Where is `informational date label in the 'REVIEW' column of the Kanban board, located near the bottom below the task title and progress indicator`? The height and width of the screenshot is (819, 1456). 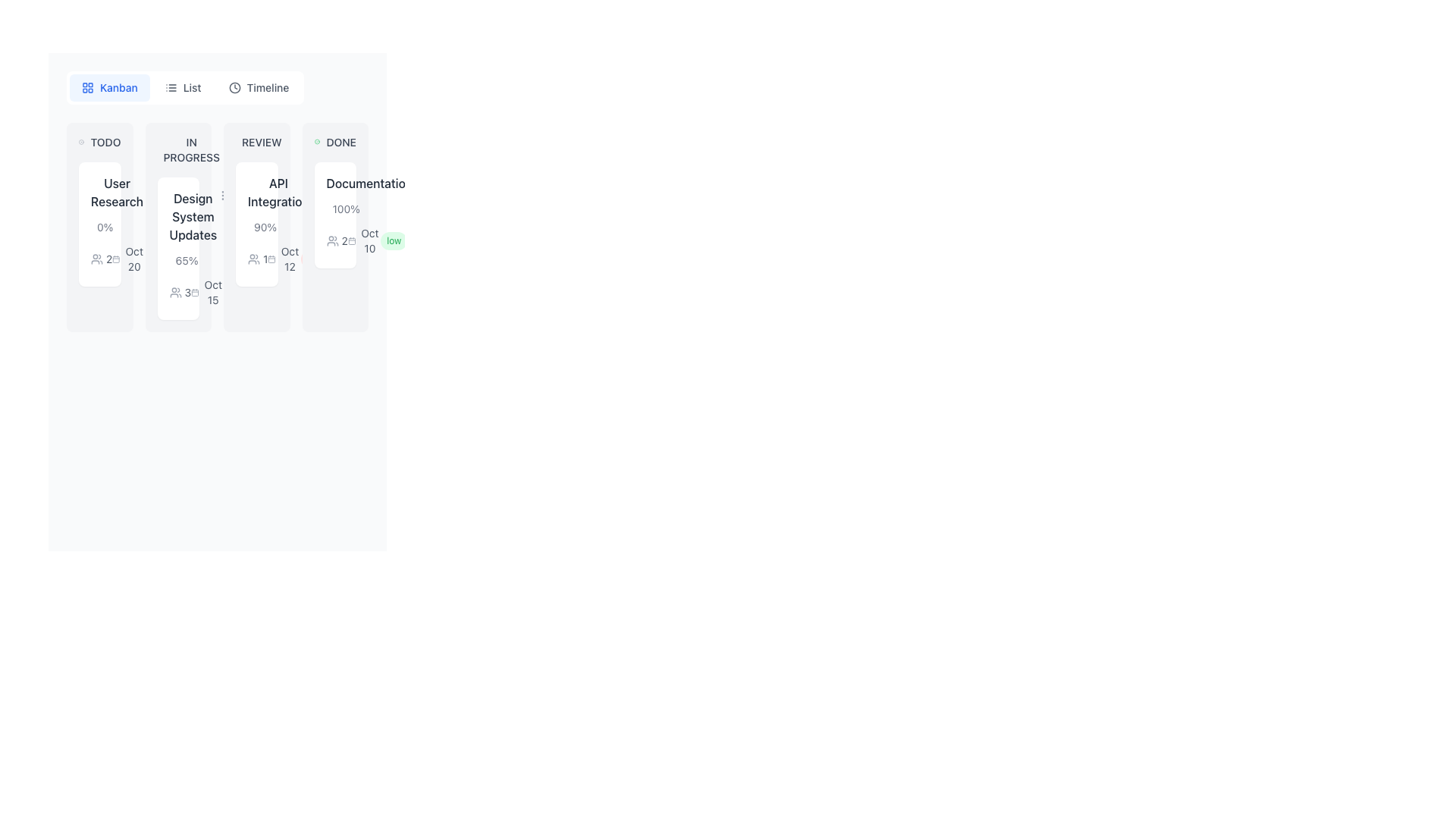 informational date label in the 'REVIEW' column of the Kanban board, located near the bottom below the task title and progress indicator is located at coordinates (290, 259).